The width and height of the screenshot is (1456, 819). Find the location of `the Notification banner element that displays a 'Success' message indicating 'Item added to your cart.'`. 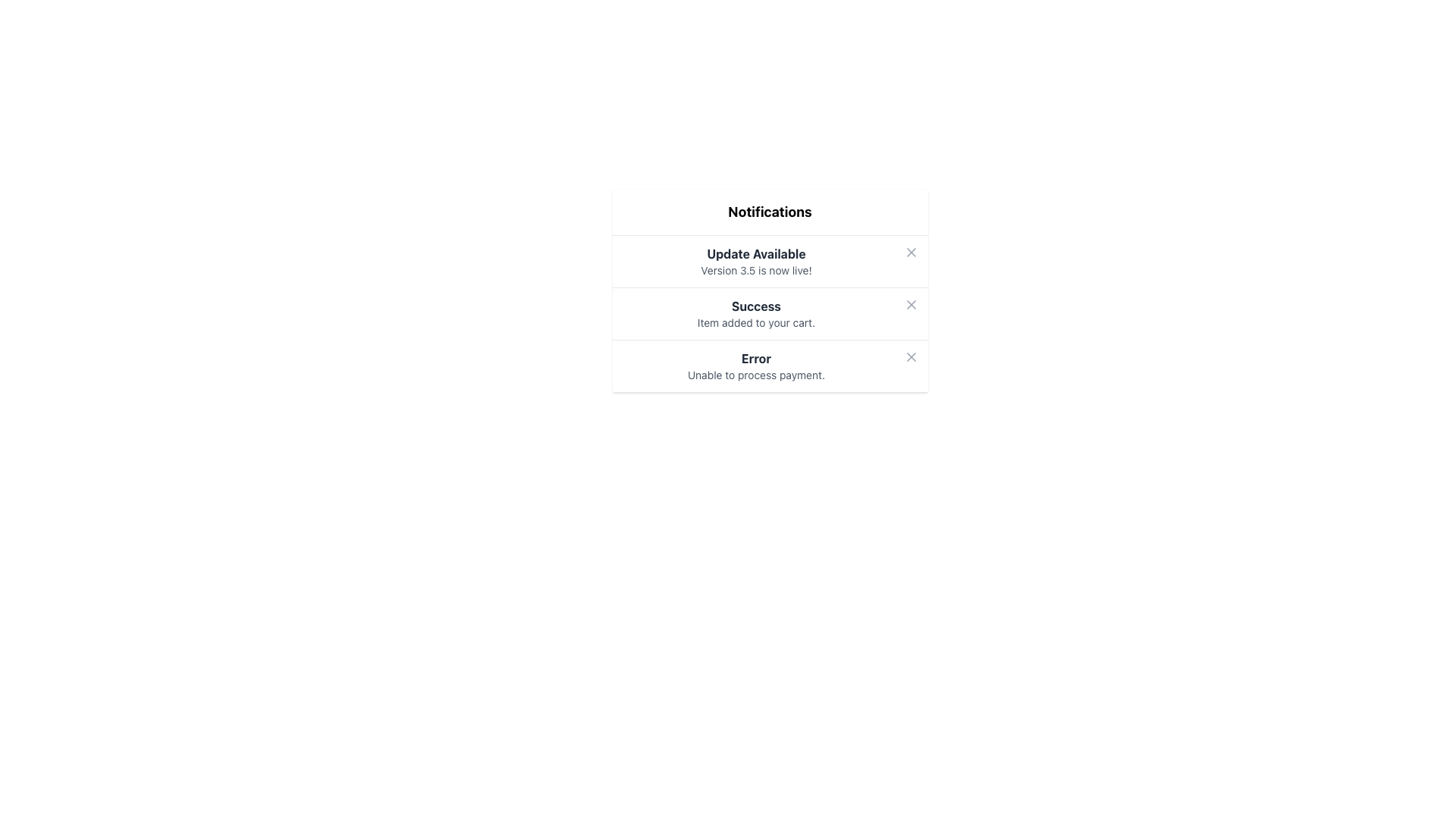

the Notification banner element that displays a 'Success' message indicating 'Item added to your cart.' is located at coordinates (756, 312).